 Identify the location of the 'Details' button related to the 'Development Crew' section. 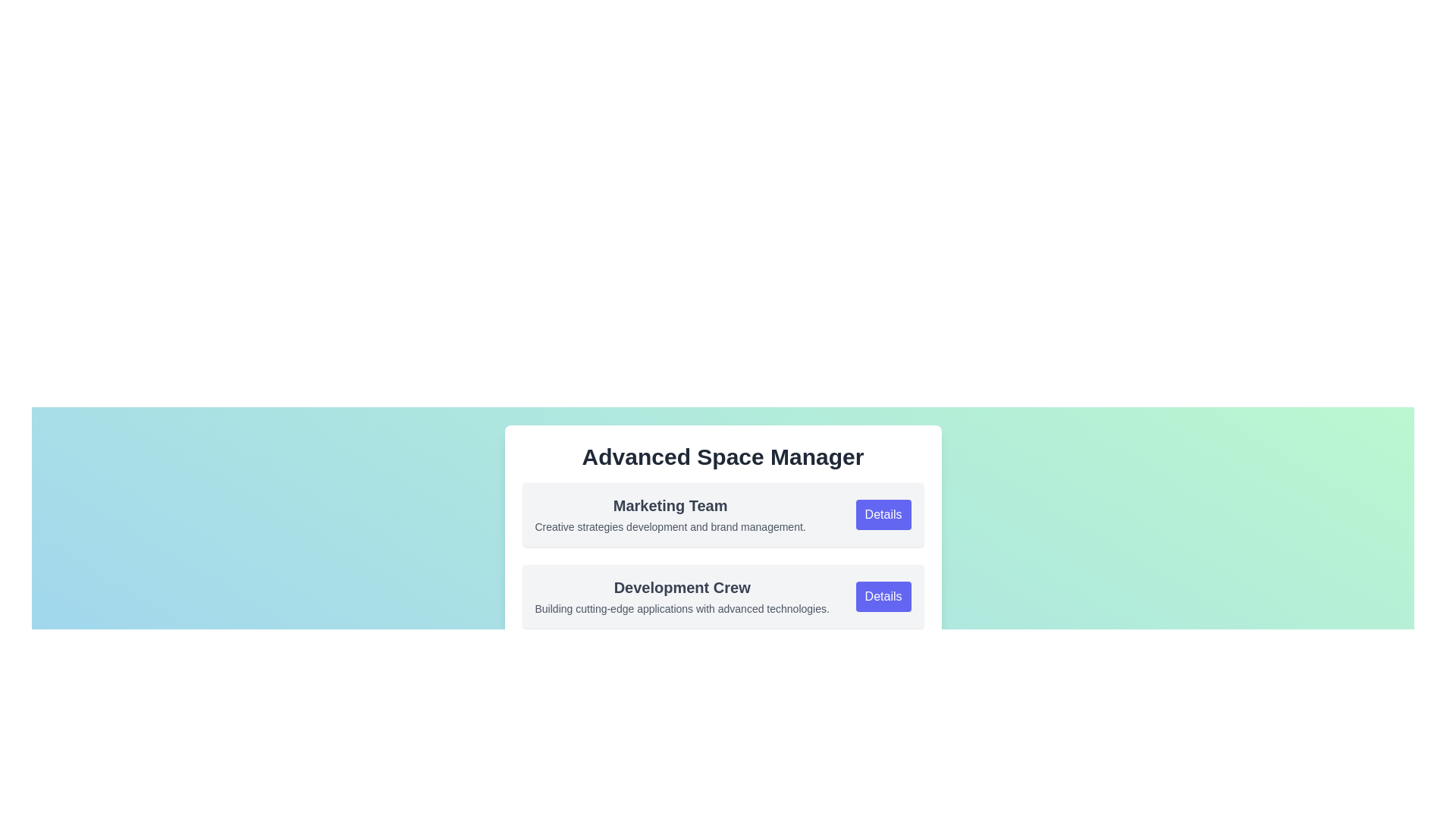
(883, 595).